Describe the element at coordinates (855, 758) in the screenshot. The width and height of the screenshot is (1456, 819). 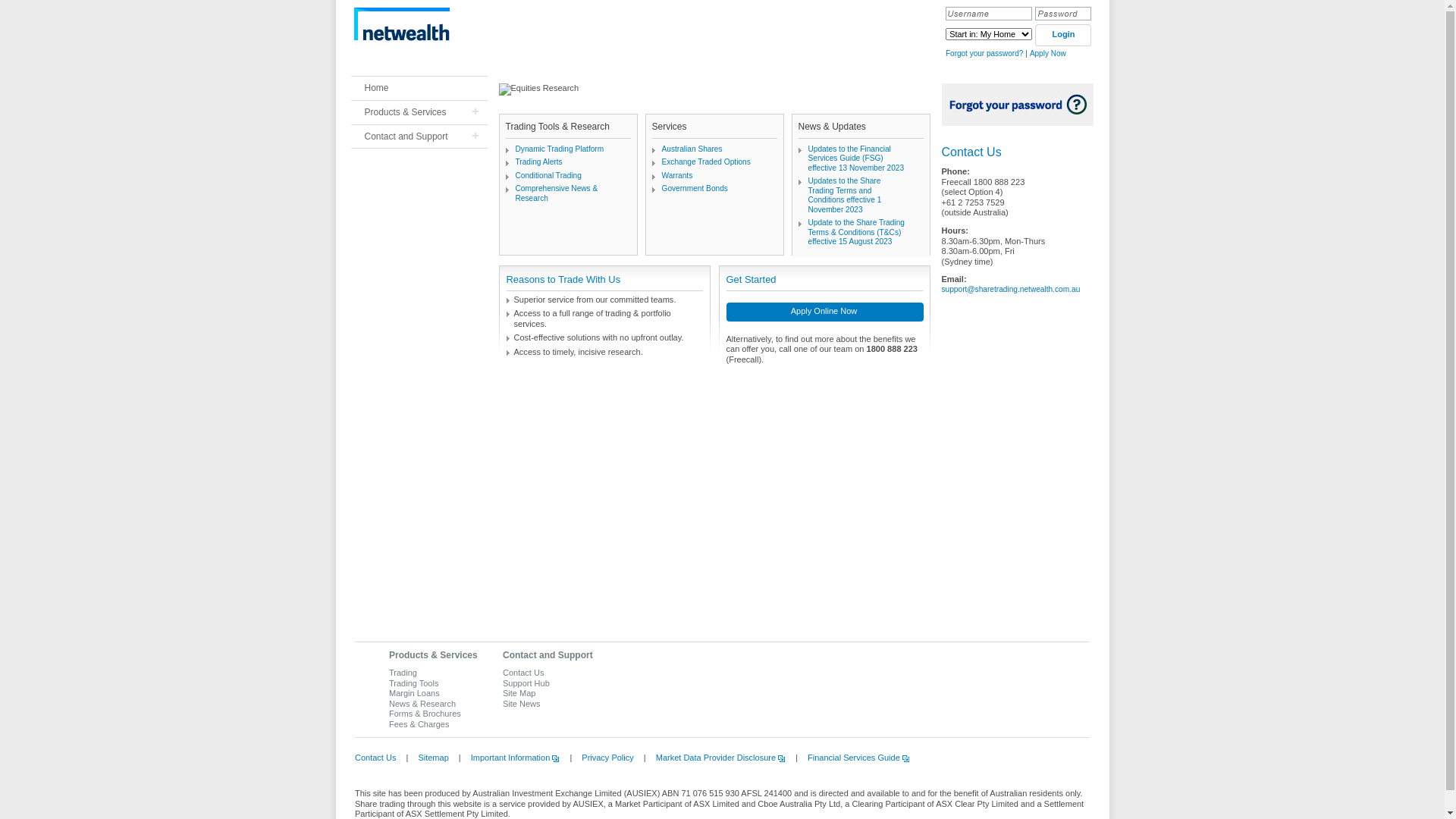
I see `'Financial Services Guide'` at that location.